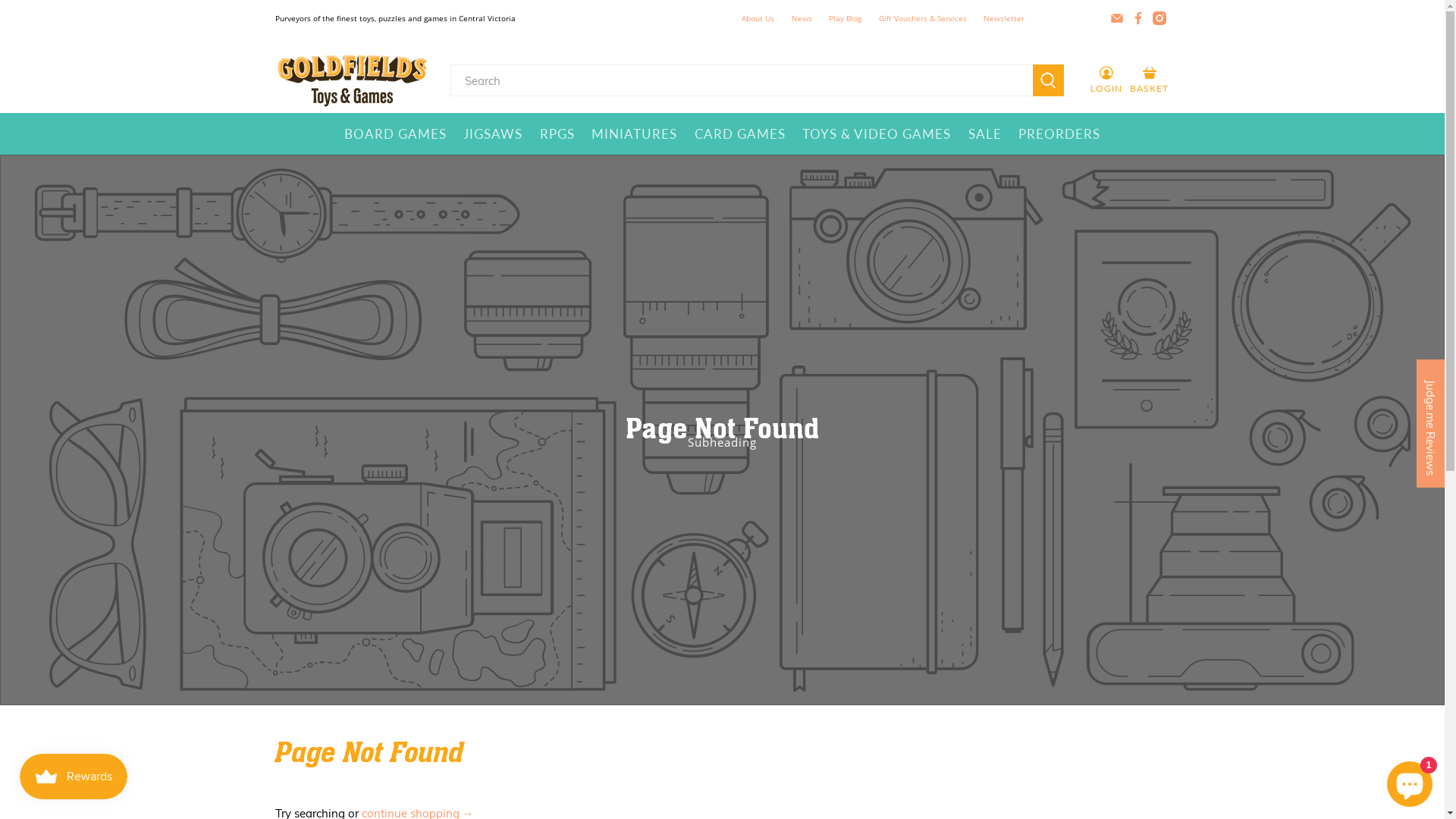 This screenshot has width=1456, height=819. I want to click on 'News', so click(783, 18).